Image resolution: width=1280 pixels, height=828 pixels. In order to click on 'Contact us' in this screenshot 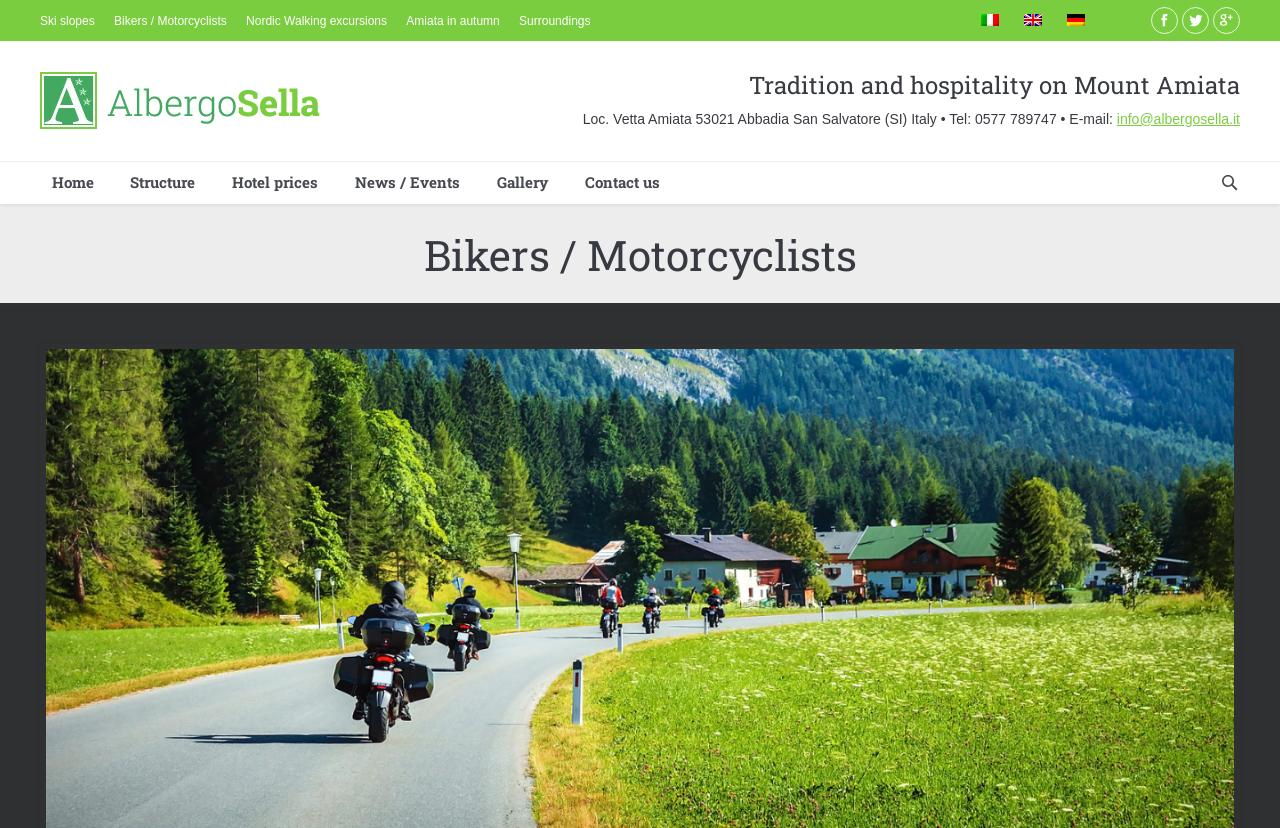, I will do `click(620, 180)`.